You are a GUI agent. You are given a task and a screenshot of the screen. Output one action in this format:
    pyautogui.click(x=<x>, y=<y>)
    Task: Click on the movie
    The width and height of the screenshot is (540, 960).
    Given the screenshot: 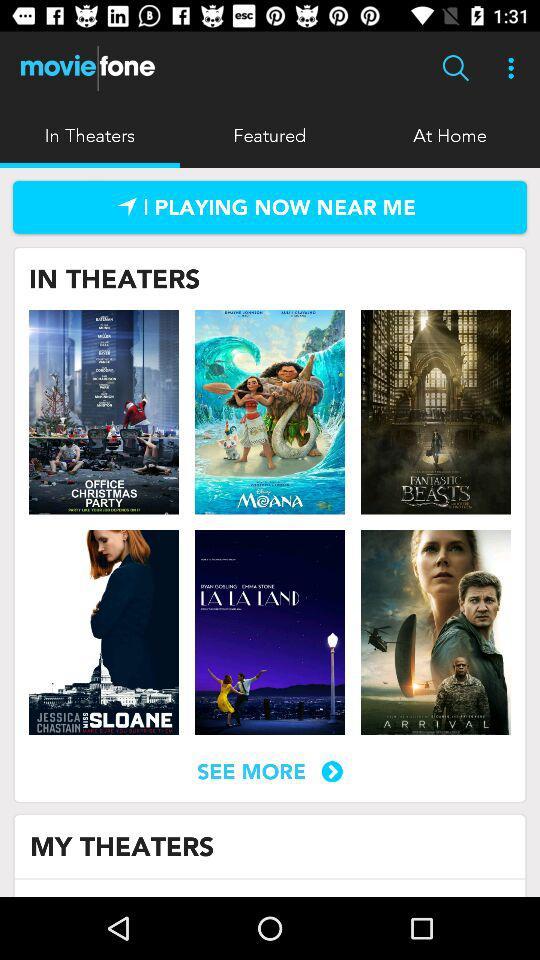 What is the action you would take?
    pyautogui.click(x=270, y=411)
    